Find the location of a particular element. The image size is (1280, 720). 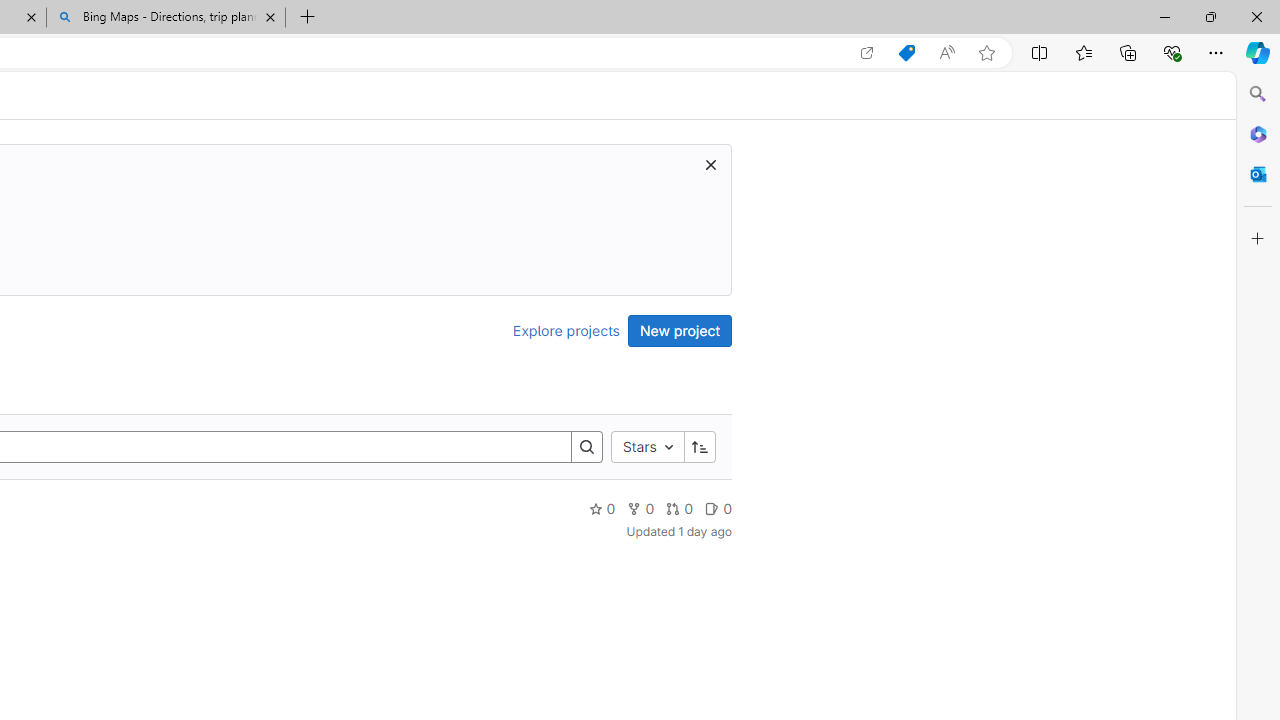

'Sort direction: Ascending' is located at coordinates (699, 445).